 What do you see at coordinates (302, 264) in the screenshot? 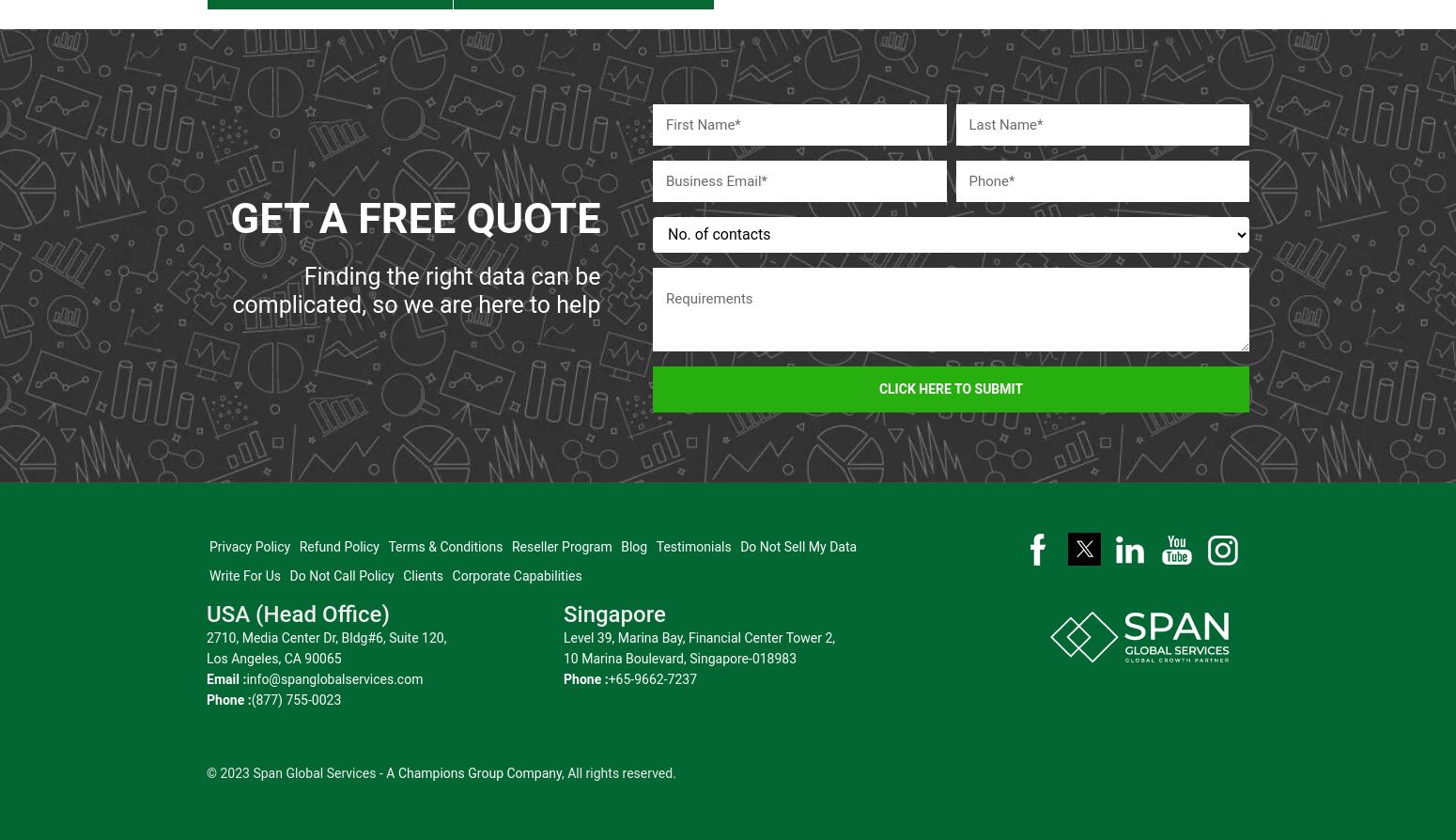
I see `'Finding the right data can be'` at bounding box center [302, 264].